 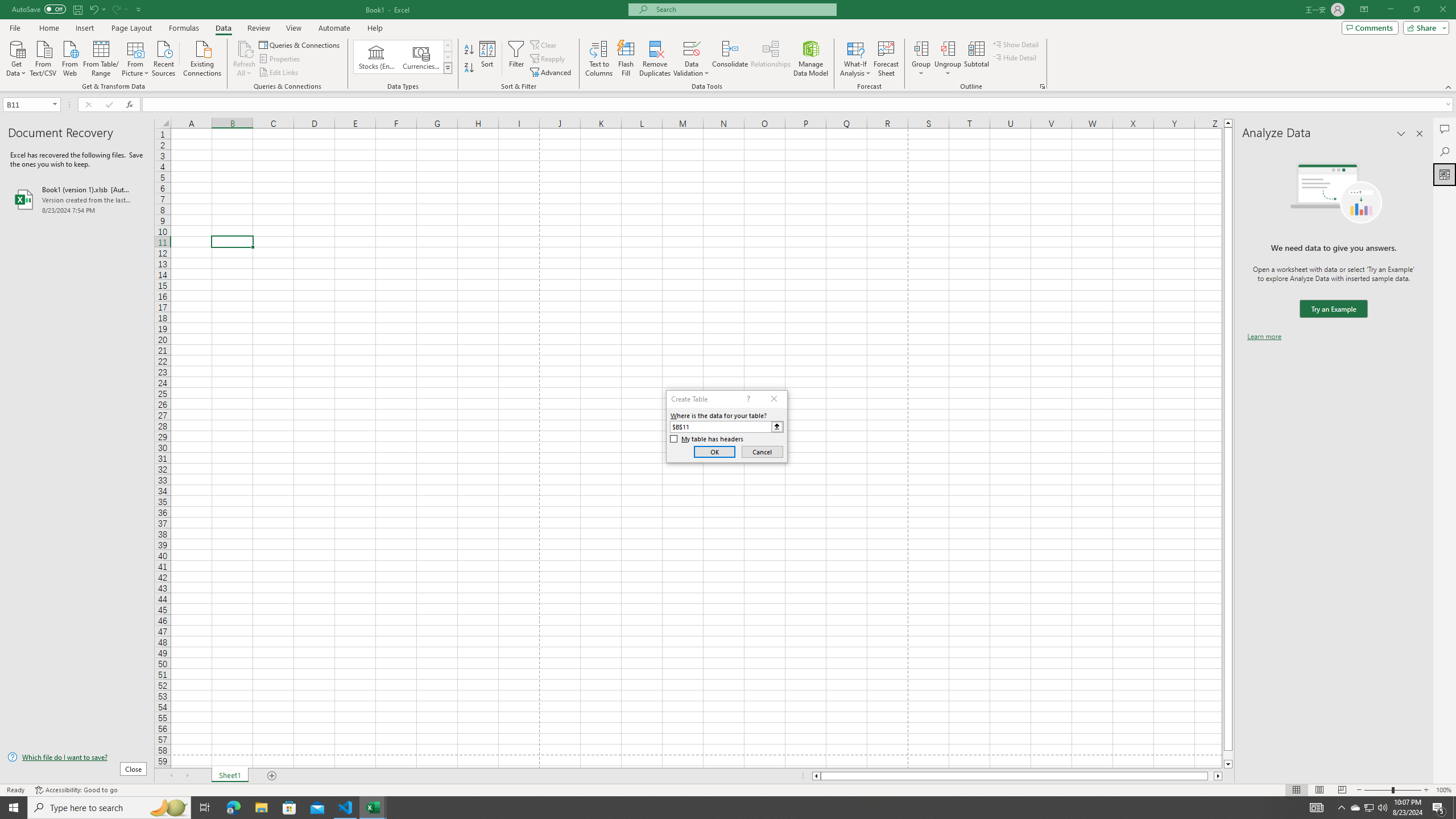 What do you see at coordinates (730, 59) in the screenshot?
I see `'Consolidate...'` at bounding box center [730, 59].